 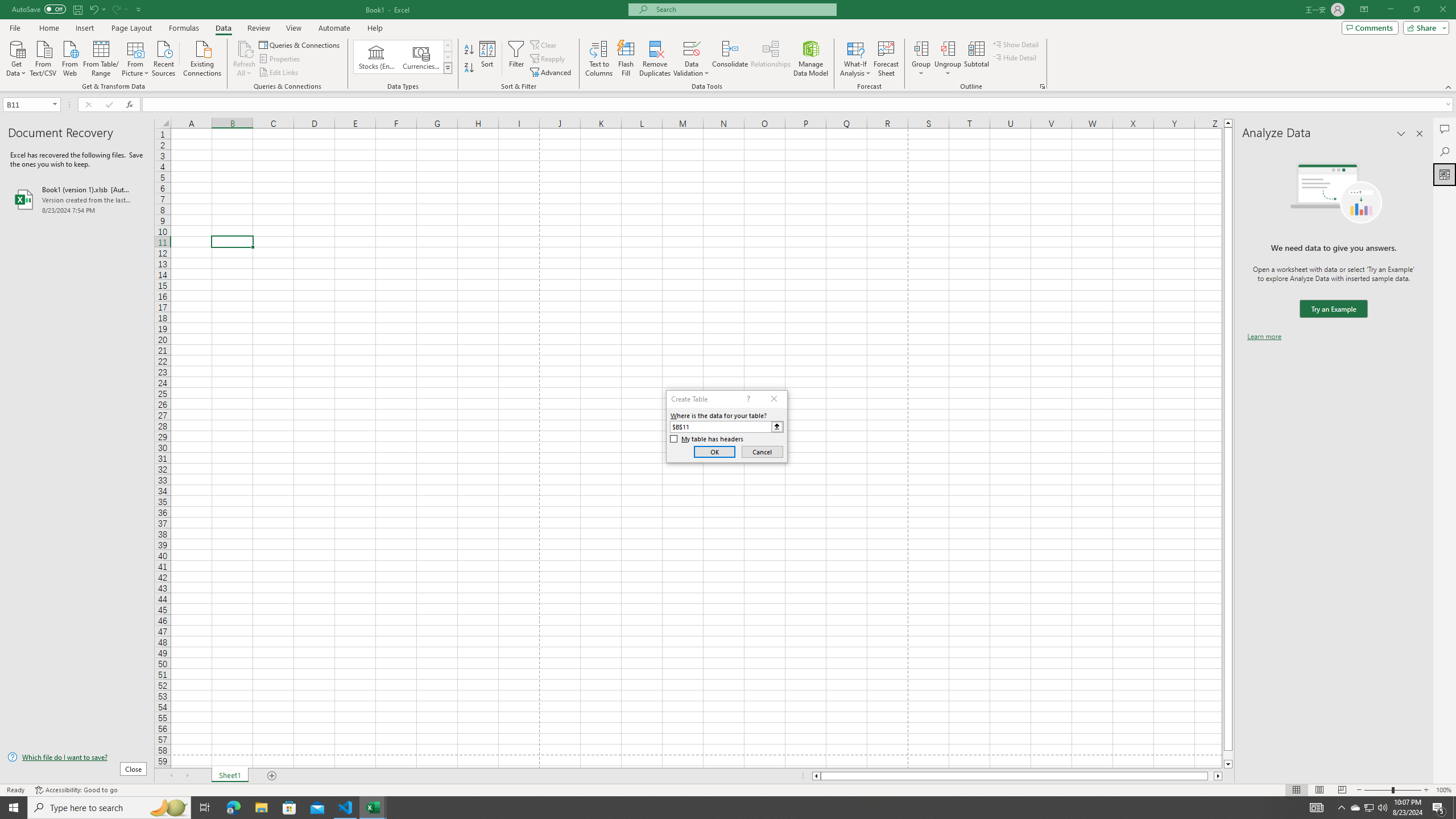 What do you see at coordinates (730, 59) in the screenshot?
I see `'Consolidate...'` at bounding box center [730, 59].